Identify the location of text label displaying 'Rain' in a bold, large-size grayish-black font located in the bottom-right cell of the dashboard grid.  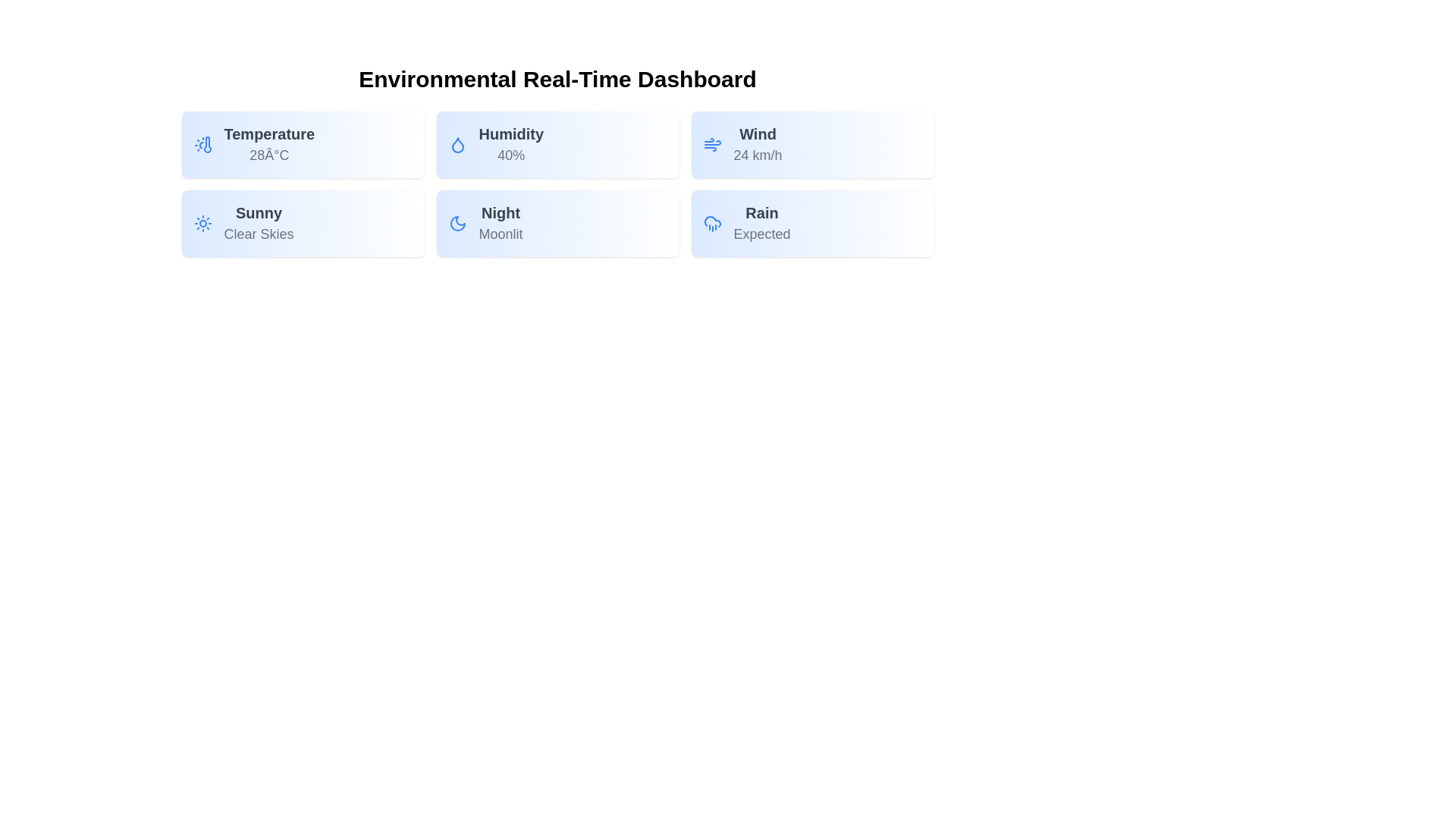
(762, 213).